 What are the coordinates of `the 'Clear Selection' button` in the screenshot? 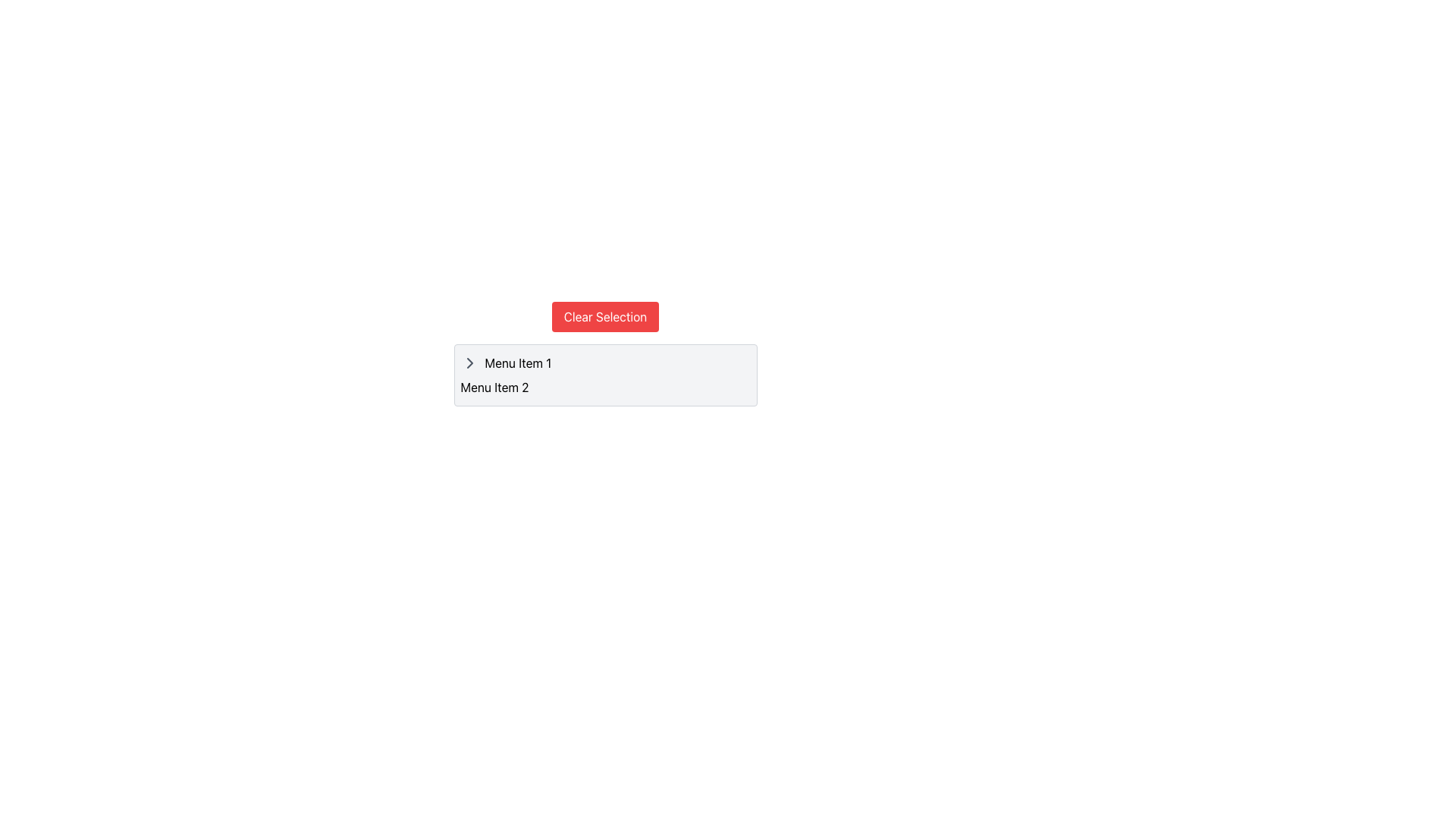 It's located at (604, 315).